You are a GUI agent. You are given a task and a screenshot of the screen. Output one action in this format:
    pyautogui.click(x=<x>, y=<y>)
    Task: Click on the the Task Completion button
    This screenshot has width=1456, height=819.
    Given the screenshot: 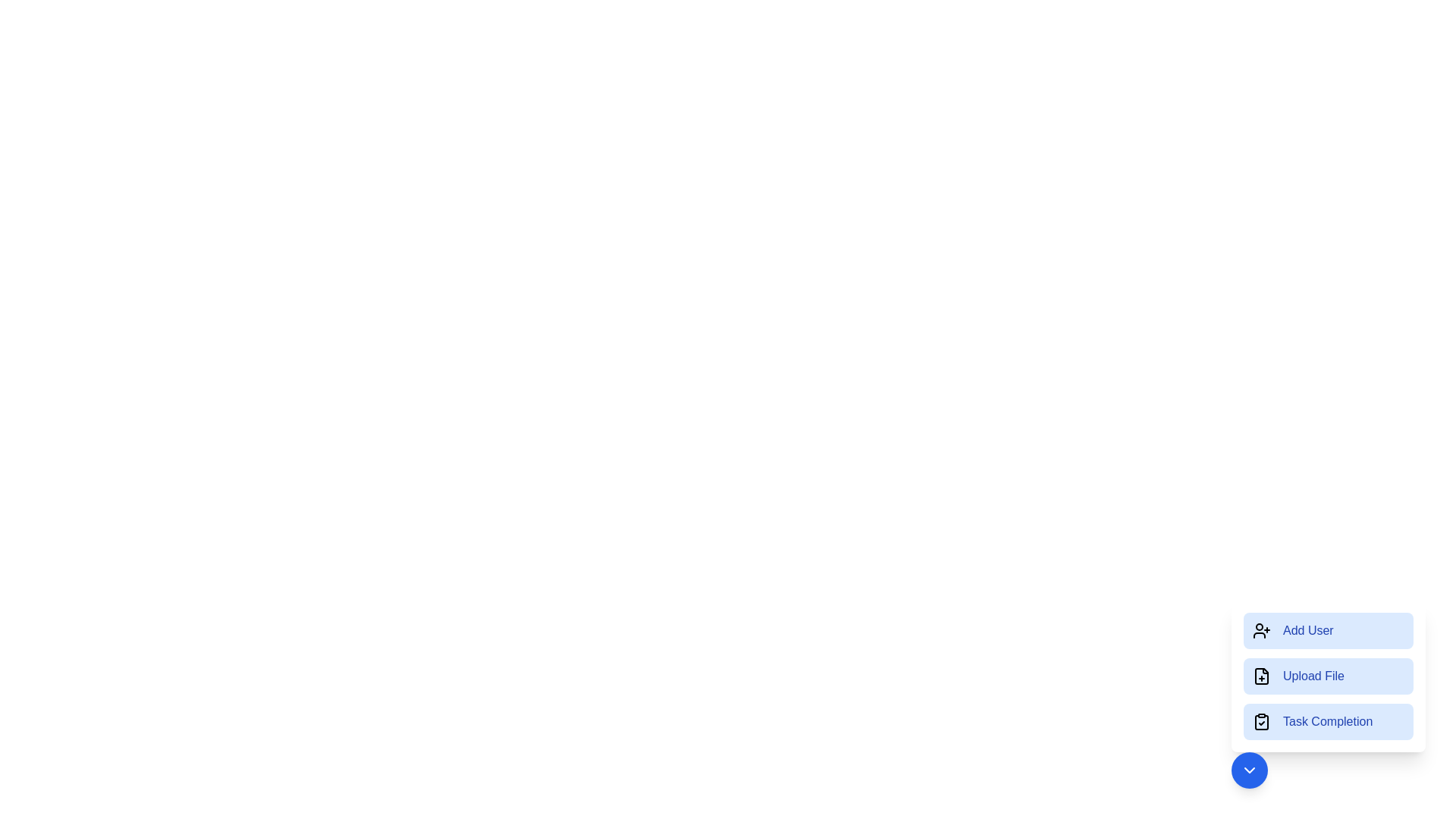 What is the action you would take?
    pyautogui.click(x=1328, y=721)
    